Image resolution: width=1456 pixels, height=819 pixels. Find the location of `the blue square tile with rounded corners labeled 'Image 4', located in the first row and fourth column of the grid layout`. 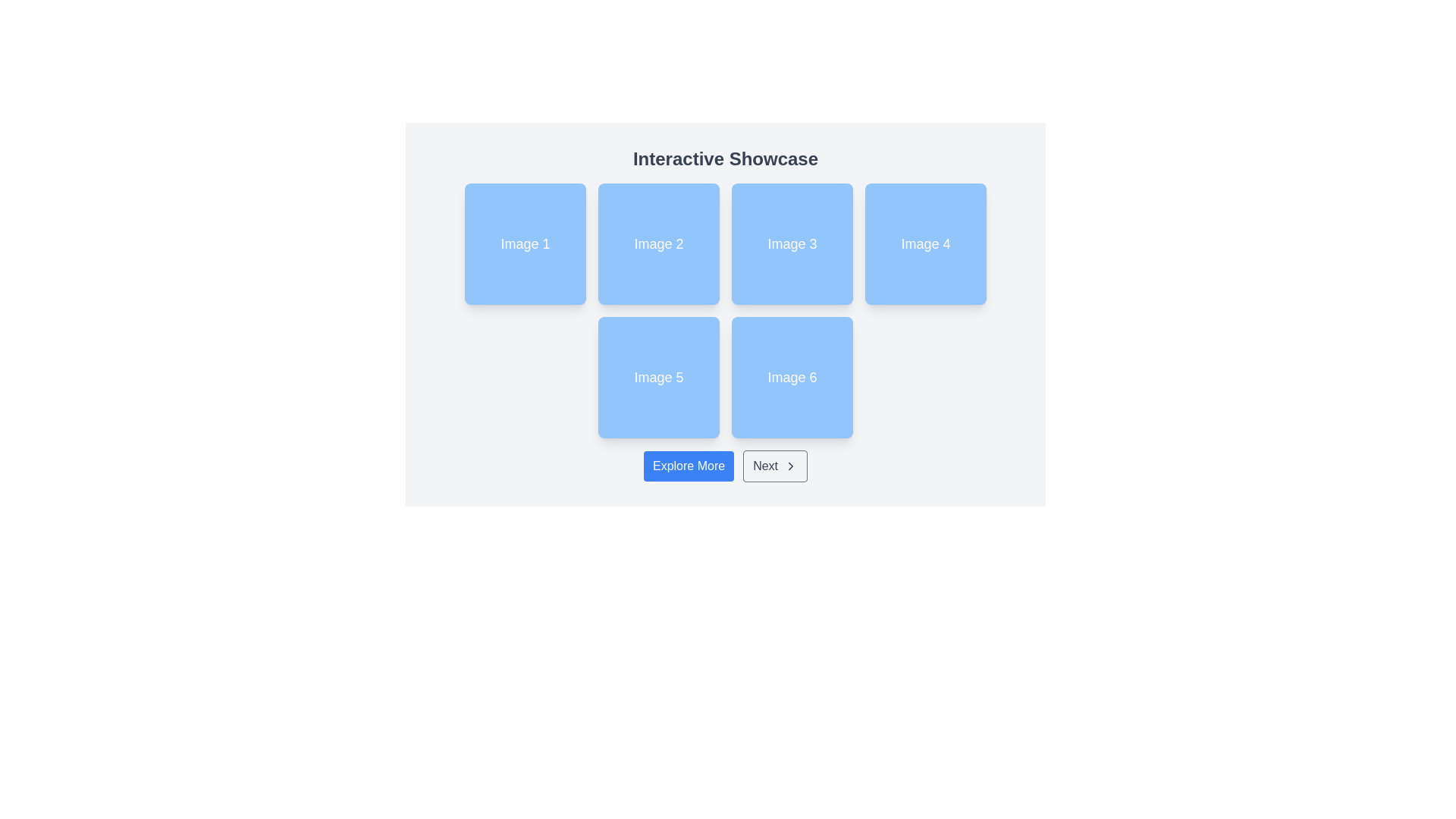

the blue square tile with rounded corners labeled 'Image 4', located in the first row and fourth column of the grid layout is located at coordinates (924, 243).